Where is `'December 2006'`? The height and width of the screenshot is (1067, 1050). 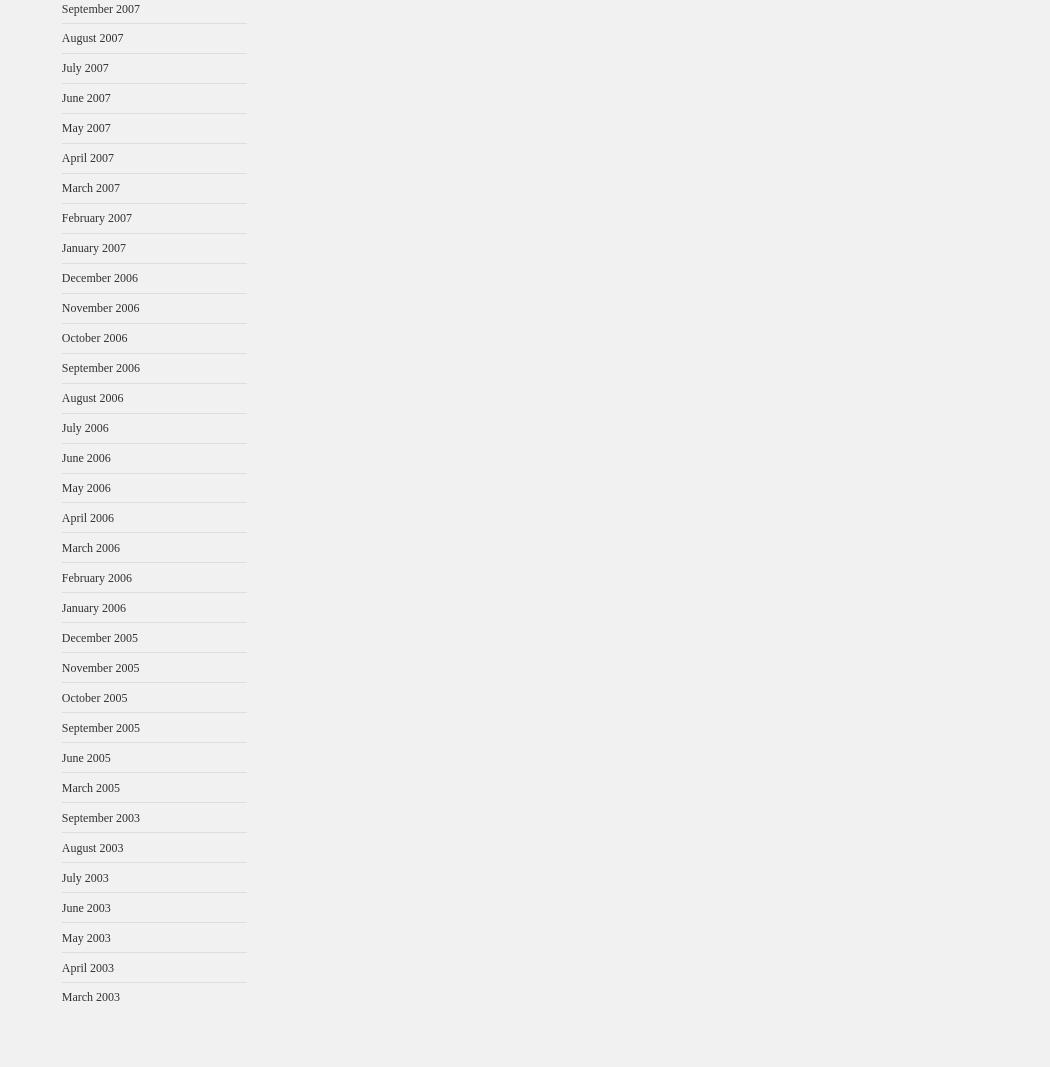 'December 2006' is located at coordinates (99, 277).